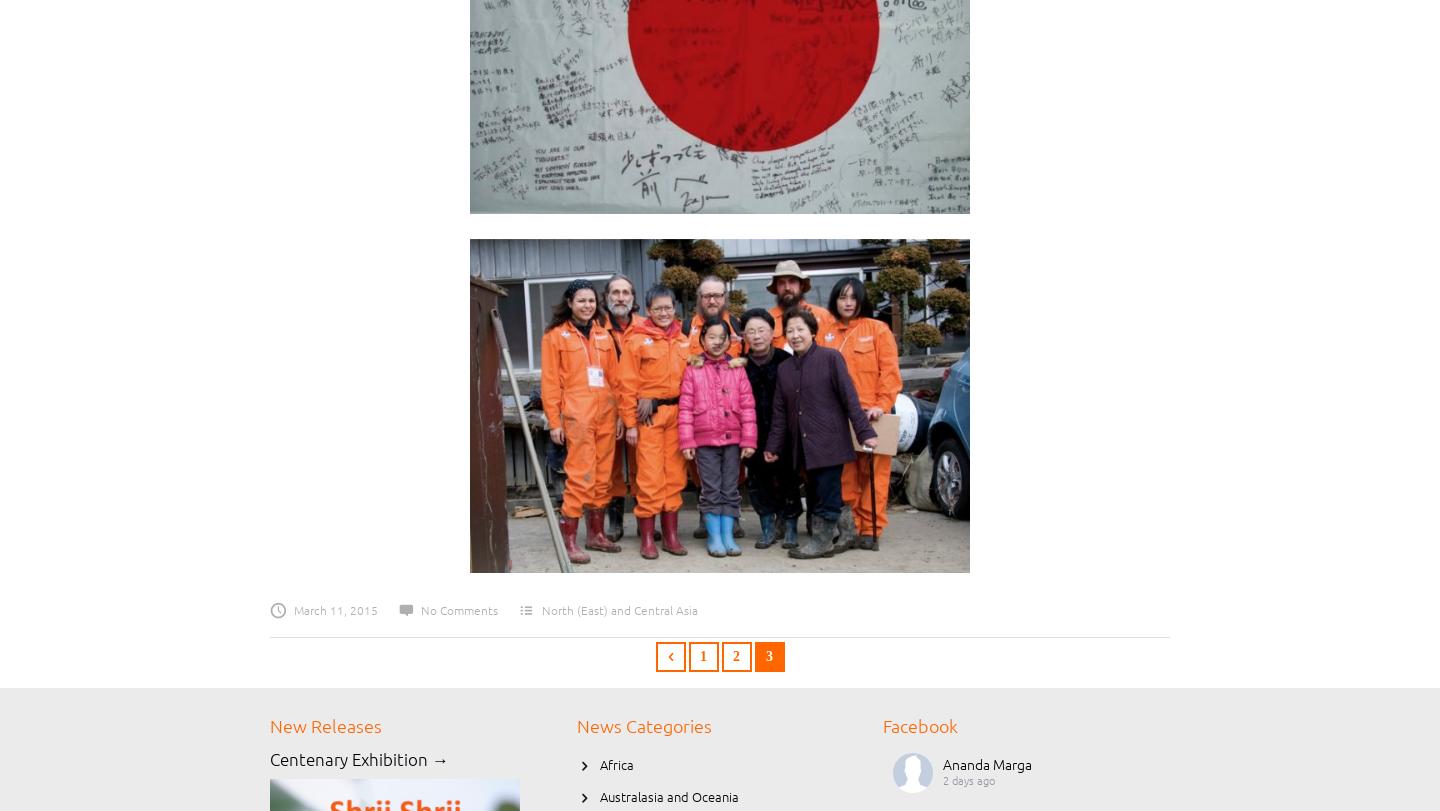  What do you see at coordinates (735, 656) in the screenshot?
I see `'2'` at bounding box center [735, 656].